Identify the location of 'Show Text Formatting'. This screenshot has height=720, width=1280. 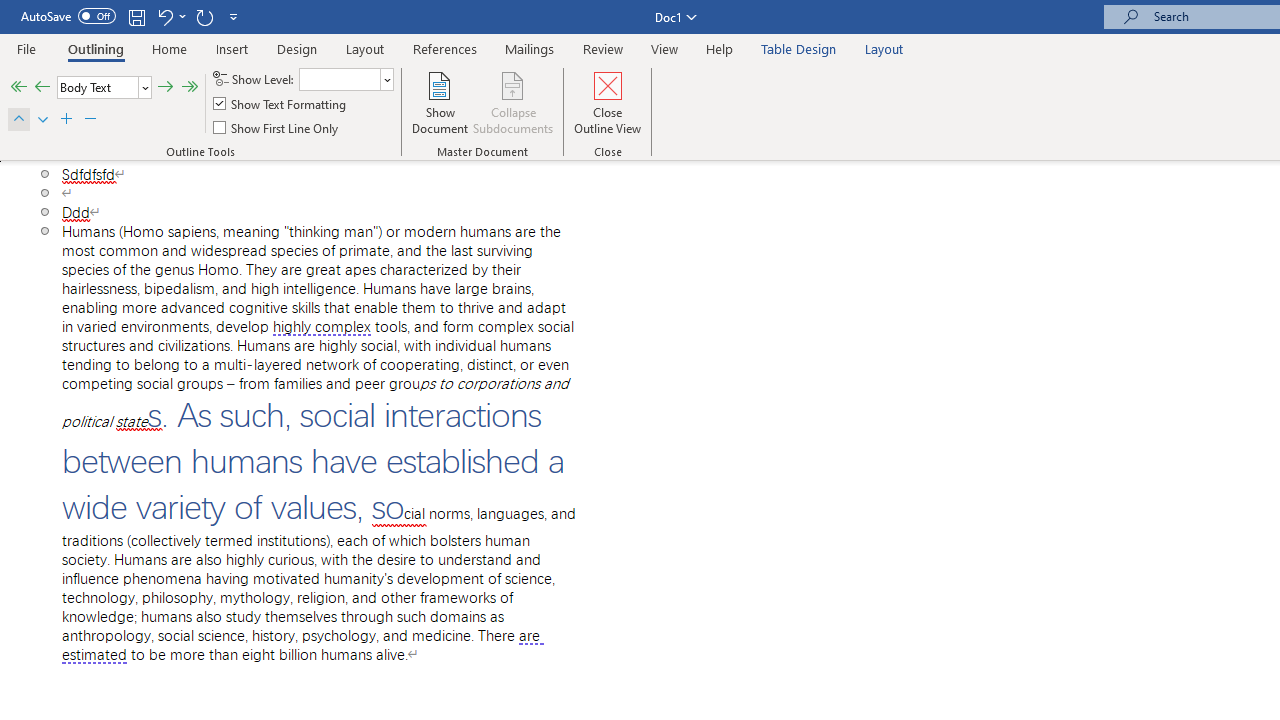
(280, 103).